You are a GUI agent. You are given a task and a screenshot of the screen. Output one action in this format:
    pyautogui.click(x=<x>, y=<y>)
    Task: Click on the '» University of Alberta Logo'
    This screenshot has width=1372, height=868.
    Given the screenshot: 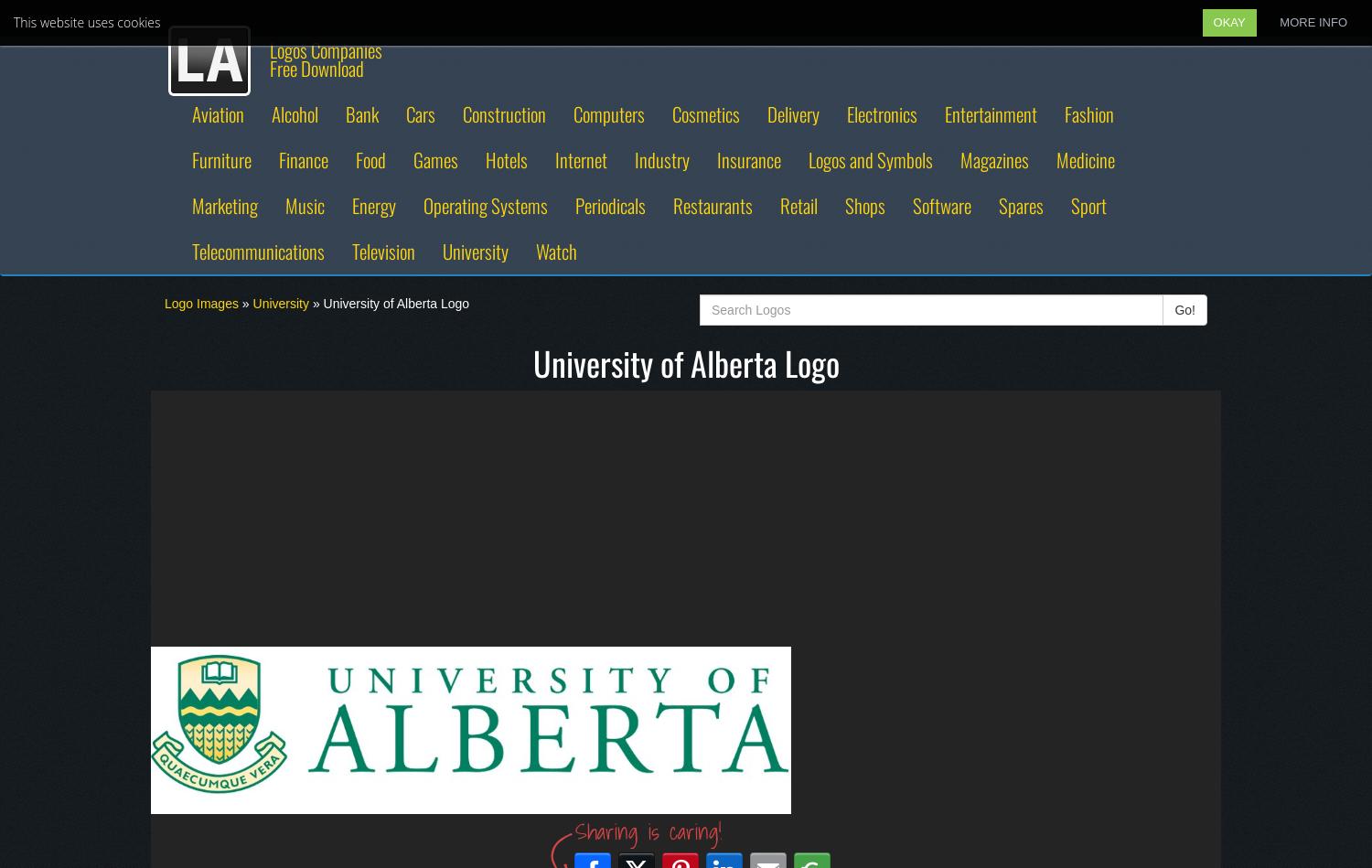 What is the action you would take?
    pyautogui.click(x=389, y=303)
    